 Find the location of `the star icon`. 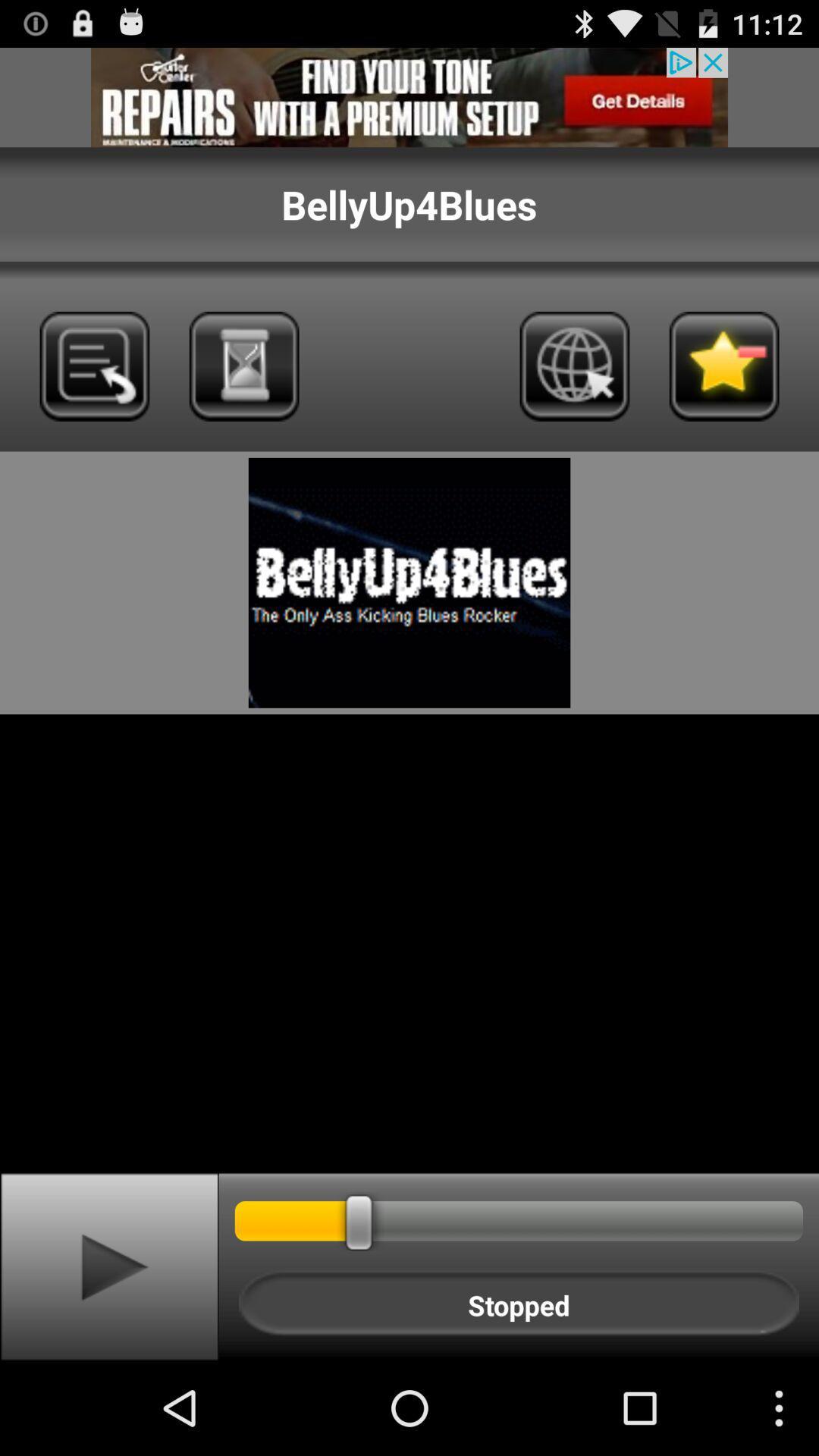

the star icon is located at coordinates (723, 392).